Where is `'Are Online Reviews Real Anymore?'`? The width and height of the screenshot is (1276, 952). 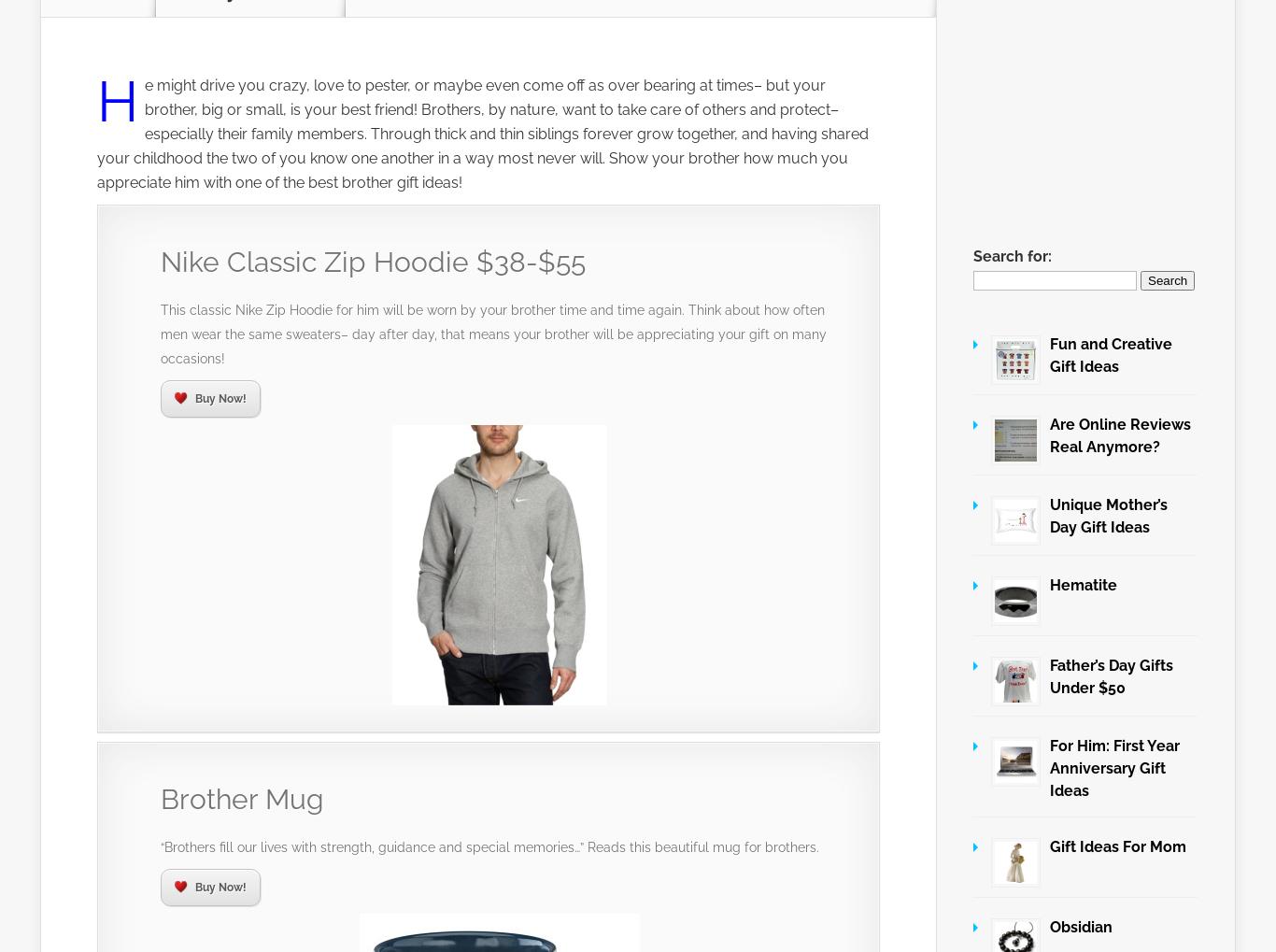 'Are Online Reviews Real Anymore?' is located at coordinates (1120, 434).